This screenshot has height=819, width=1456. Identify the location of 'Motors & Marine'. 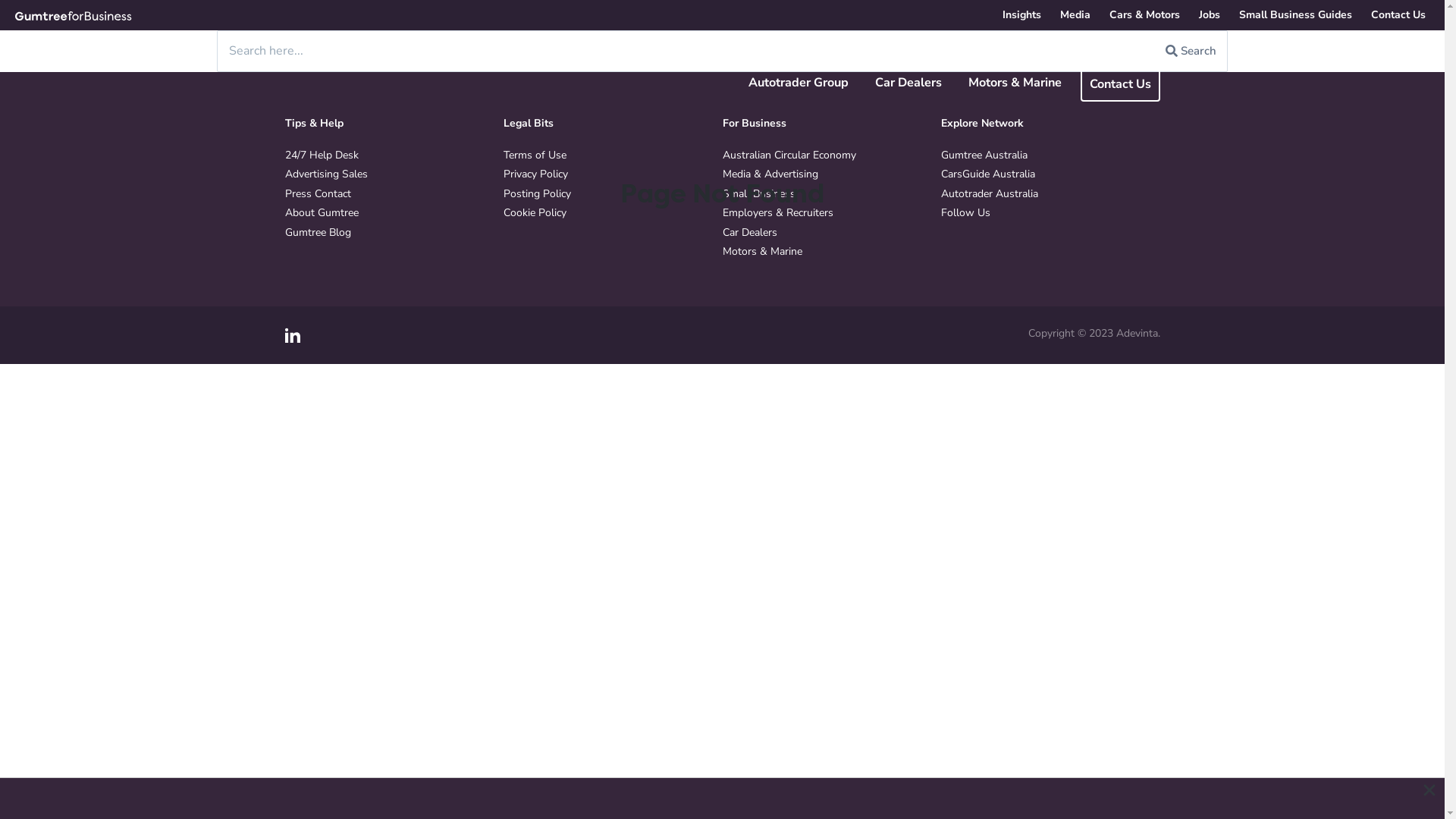
(761, 250).